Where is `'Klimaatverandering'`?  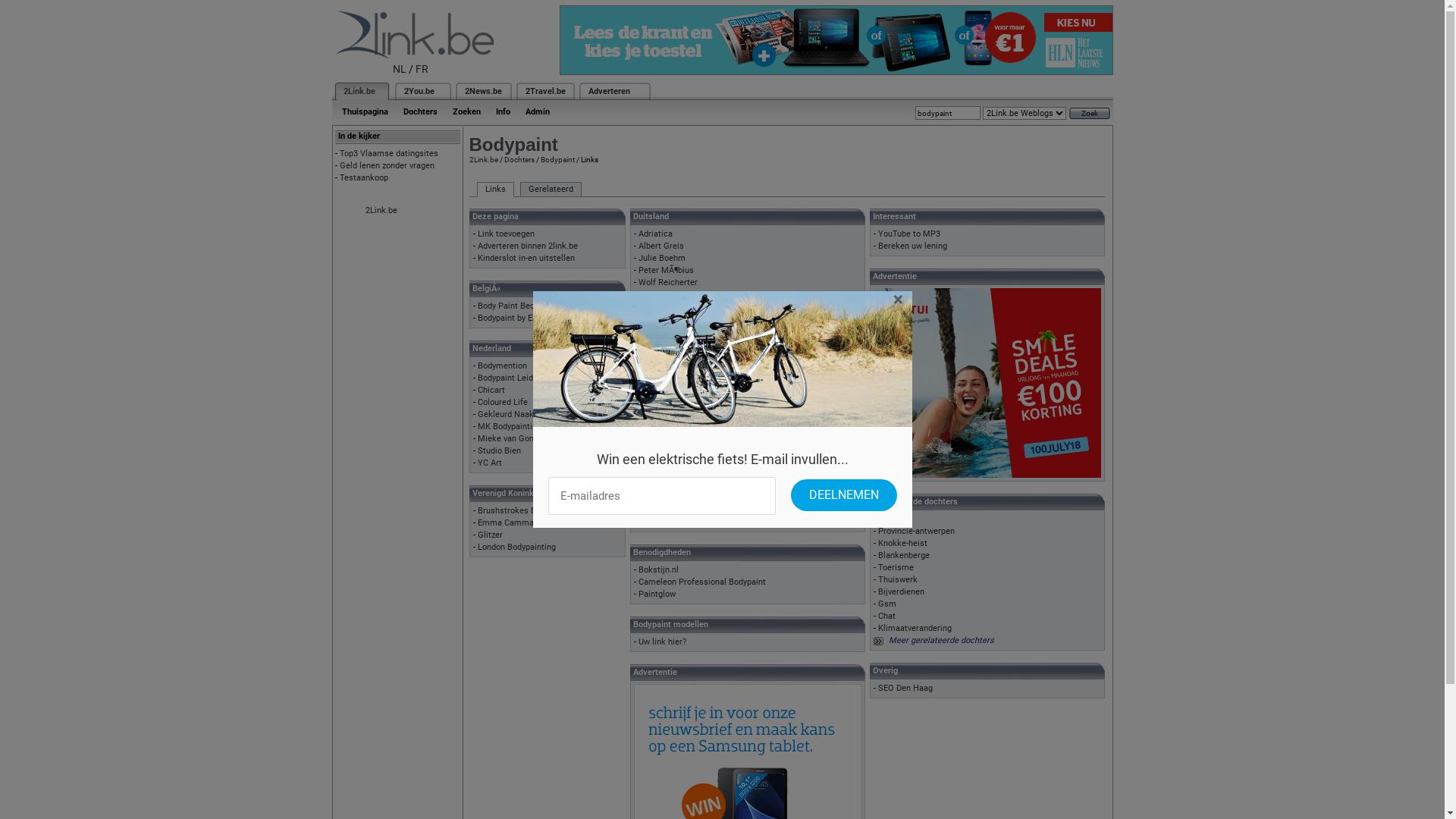 'Klimaatverandering' is located at coordinates (914, 628).